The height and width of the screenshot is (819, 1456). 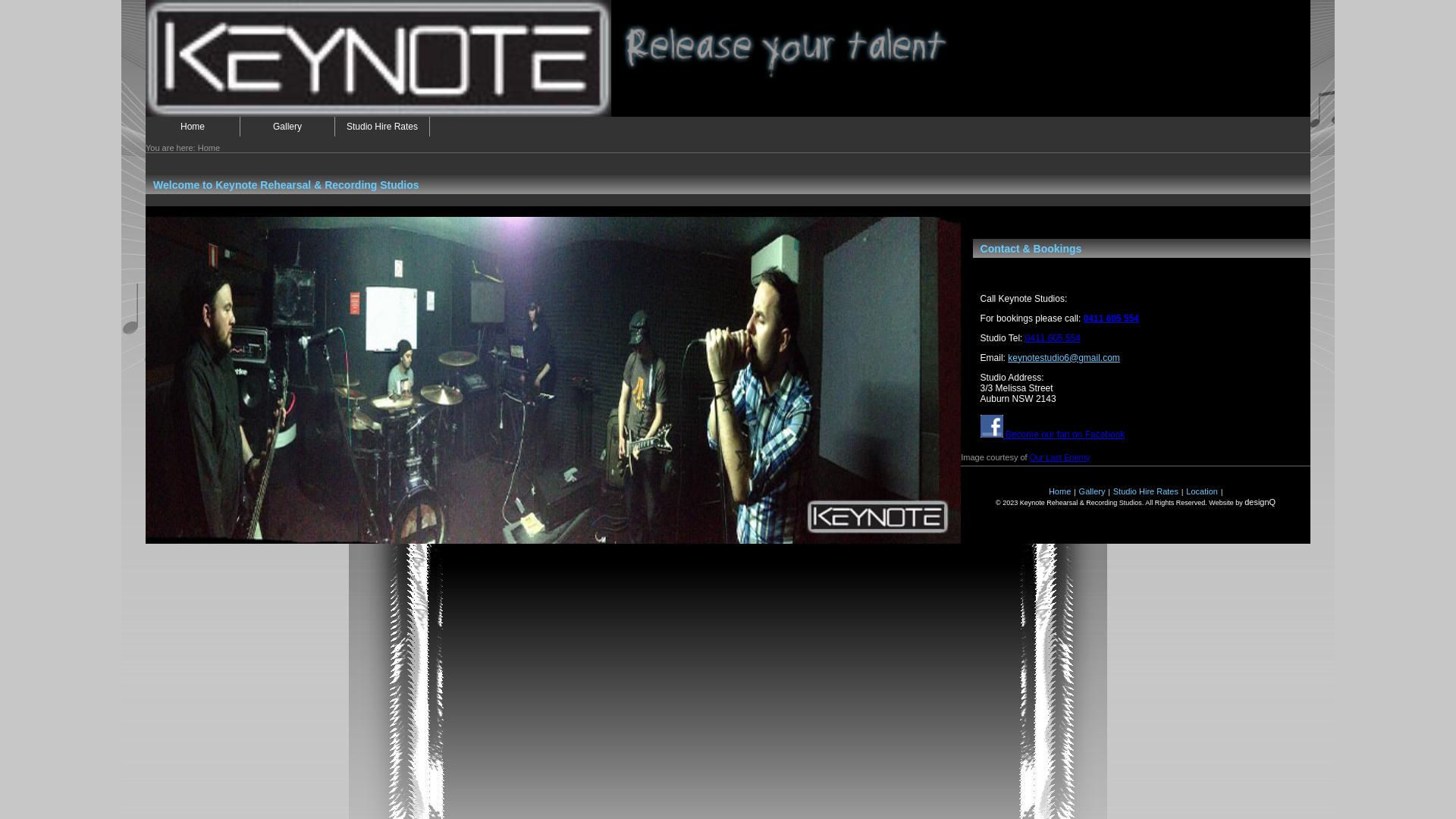 I want to click on '0411 605 554', so click(x=1111, y=318).